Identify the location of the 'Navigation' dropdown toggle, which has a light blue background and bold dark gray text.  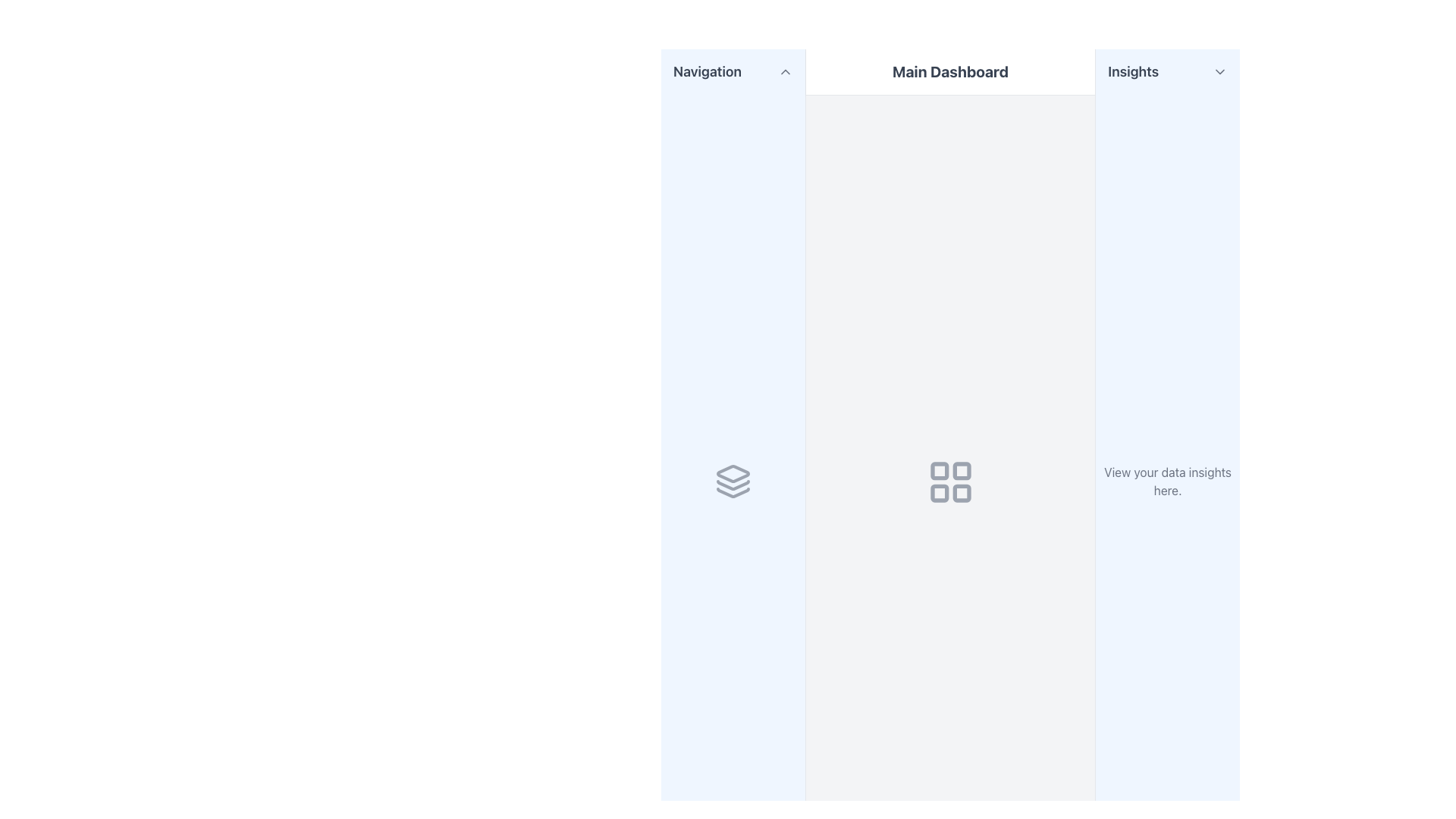
(733, 72).